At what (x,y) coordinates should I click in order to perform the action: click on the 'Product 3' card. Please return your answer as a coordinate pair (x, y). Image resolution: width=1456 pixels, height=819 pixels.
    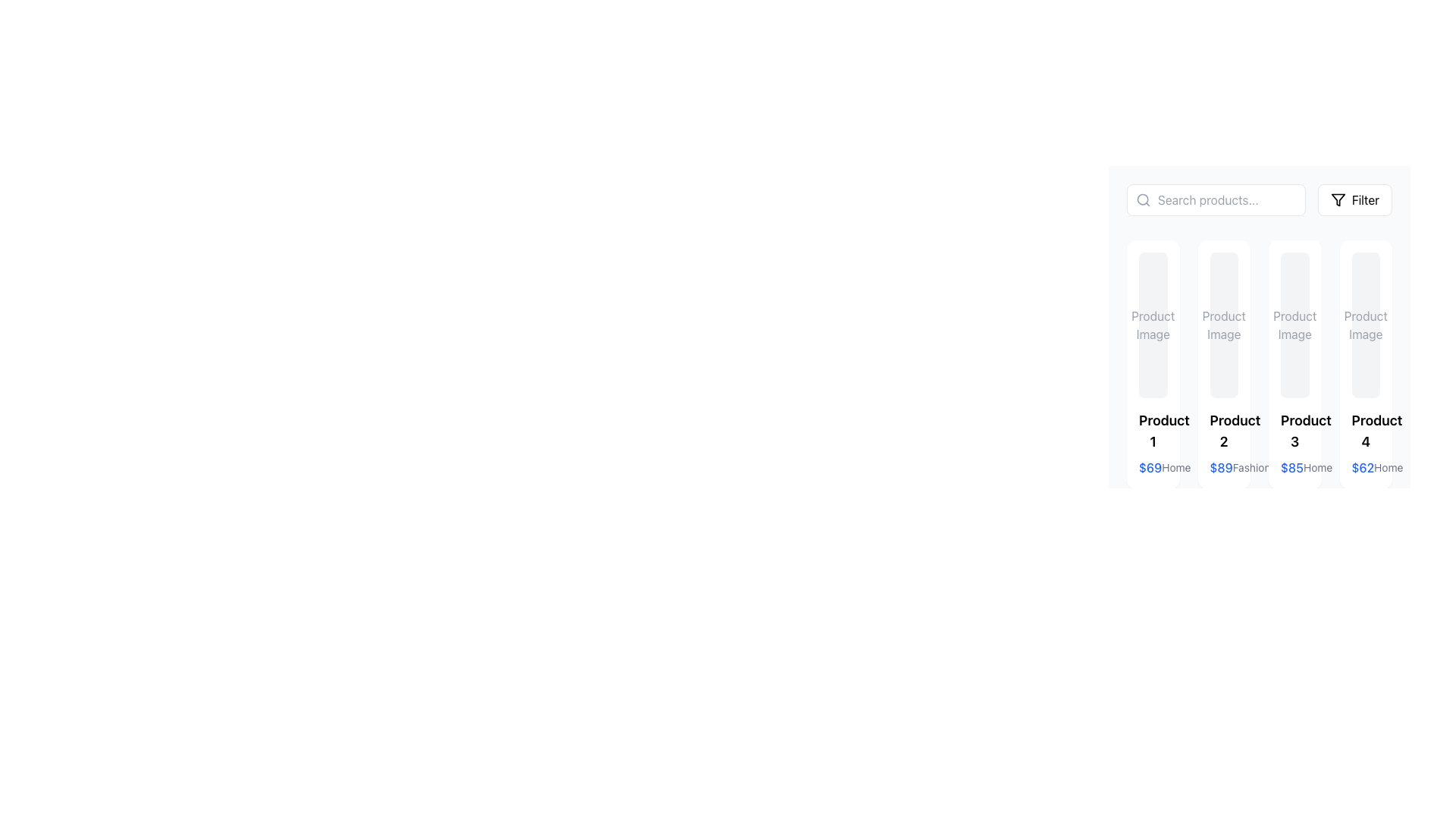
    Looking at the image, I should click on (1294, 365).